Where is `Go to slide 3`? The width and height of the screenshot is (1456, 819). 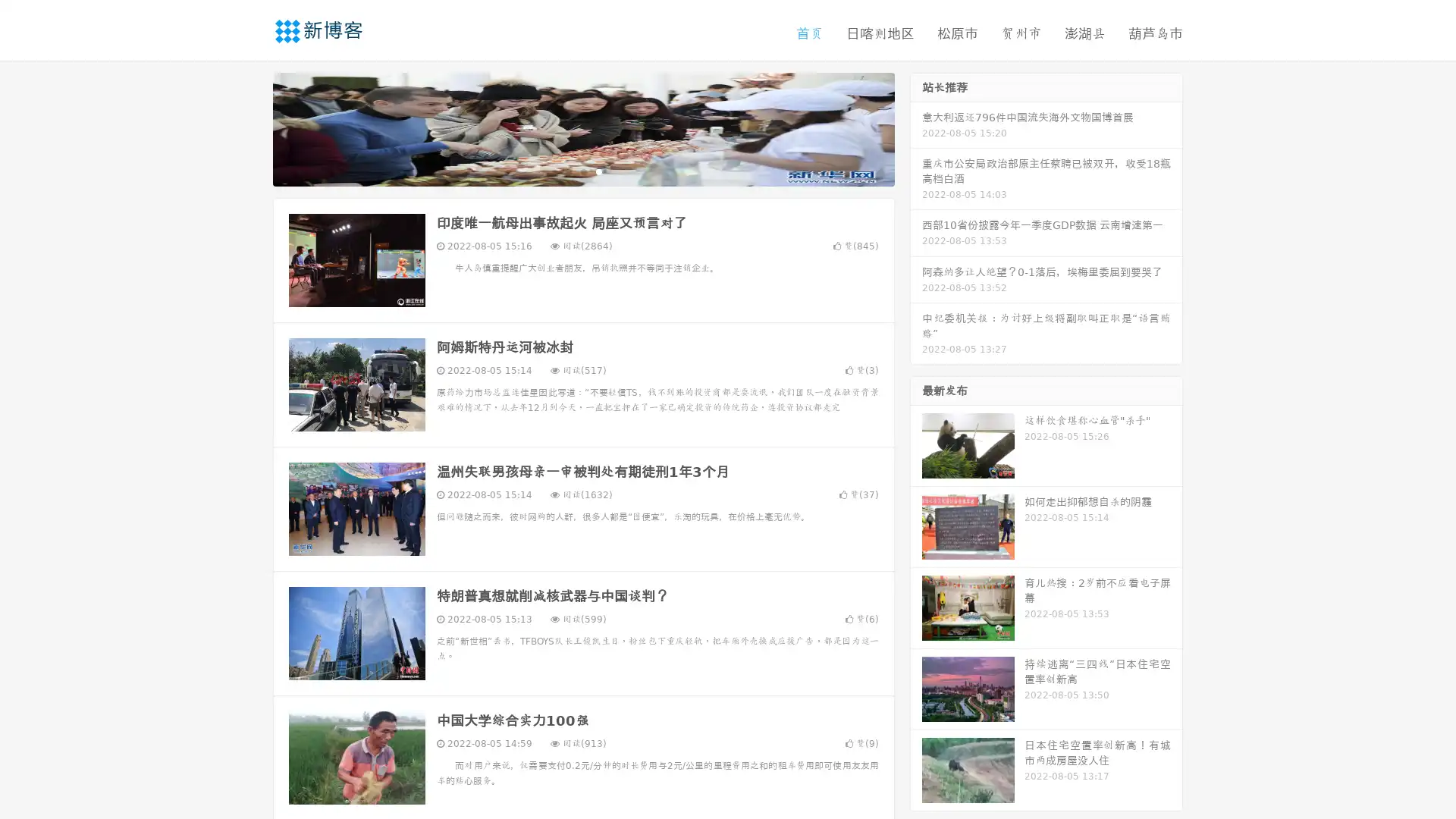 Go to slide 3 is located at coordinates (598, 171).